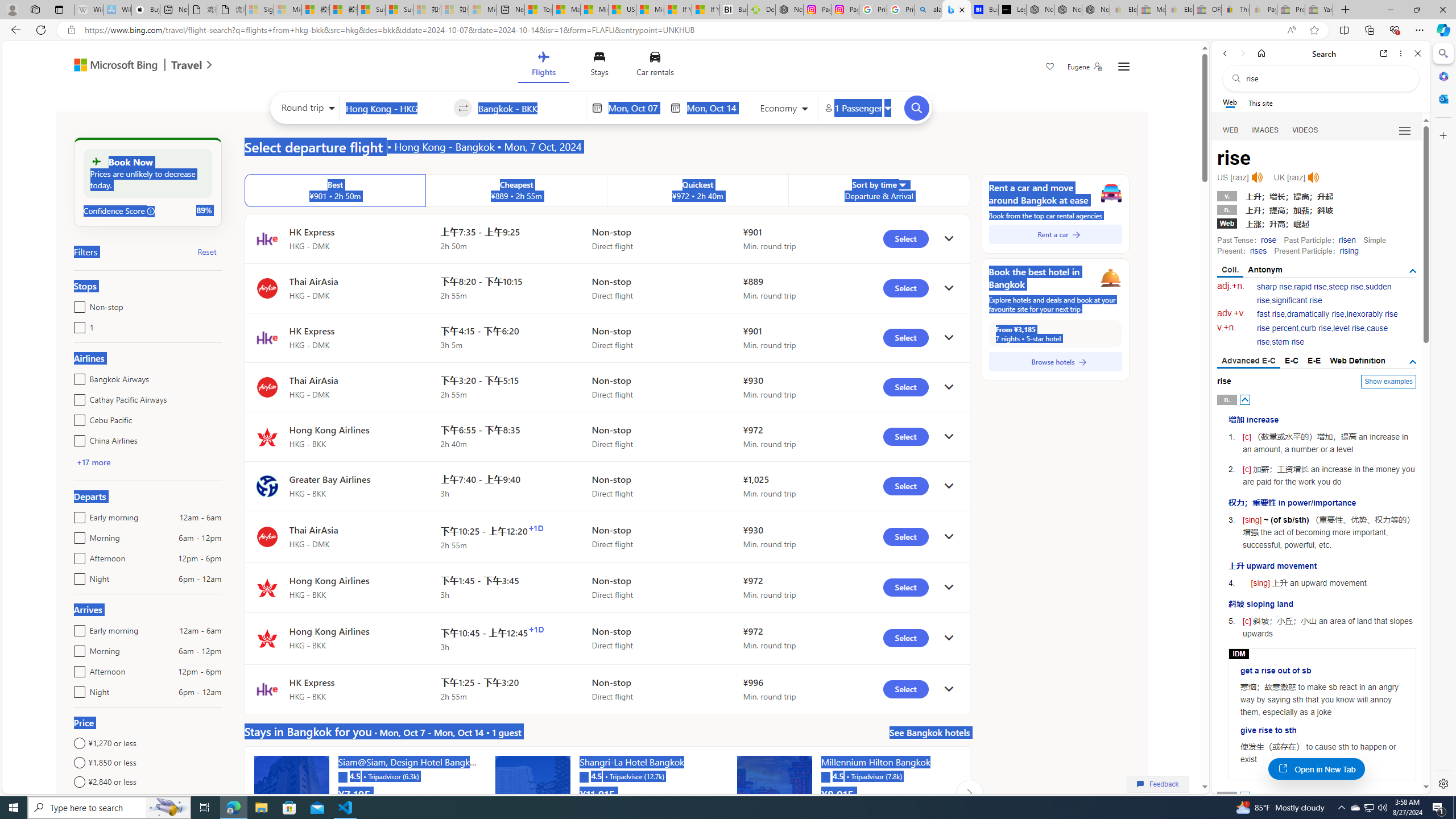 The height and width of the screenshot is (819, 1456). Describe the element at coordinates (1296, 300) in the screenshot. I see `'significant rise'` at that location.